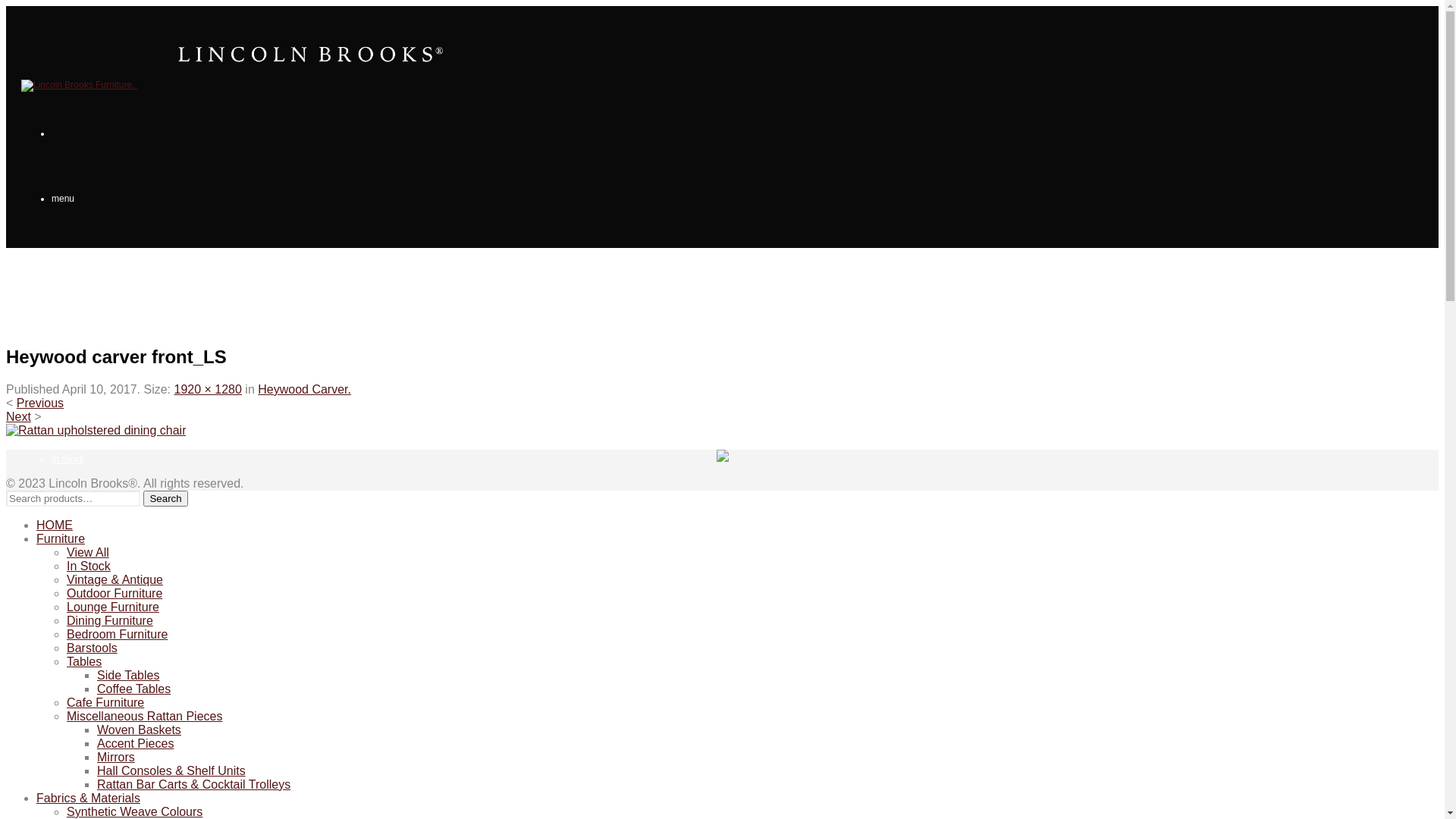  Describe the element at coordinates (35, 262) in the screenshot. I see `'HOME'` at that location.